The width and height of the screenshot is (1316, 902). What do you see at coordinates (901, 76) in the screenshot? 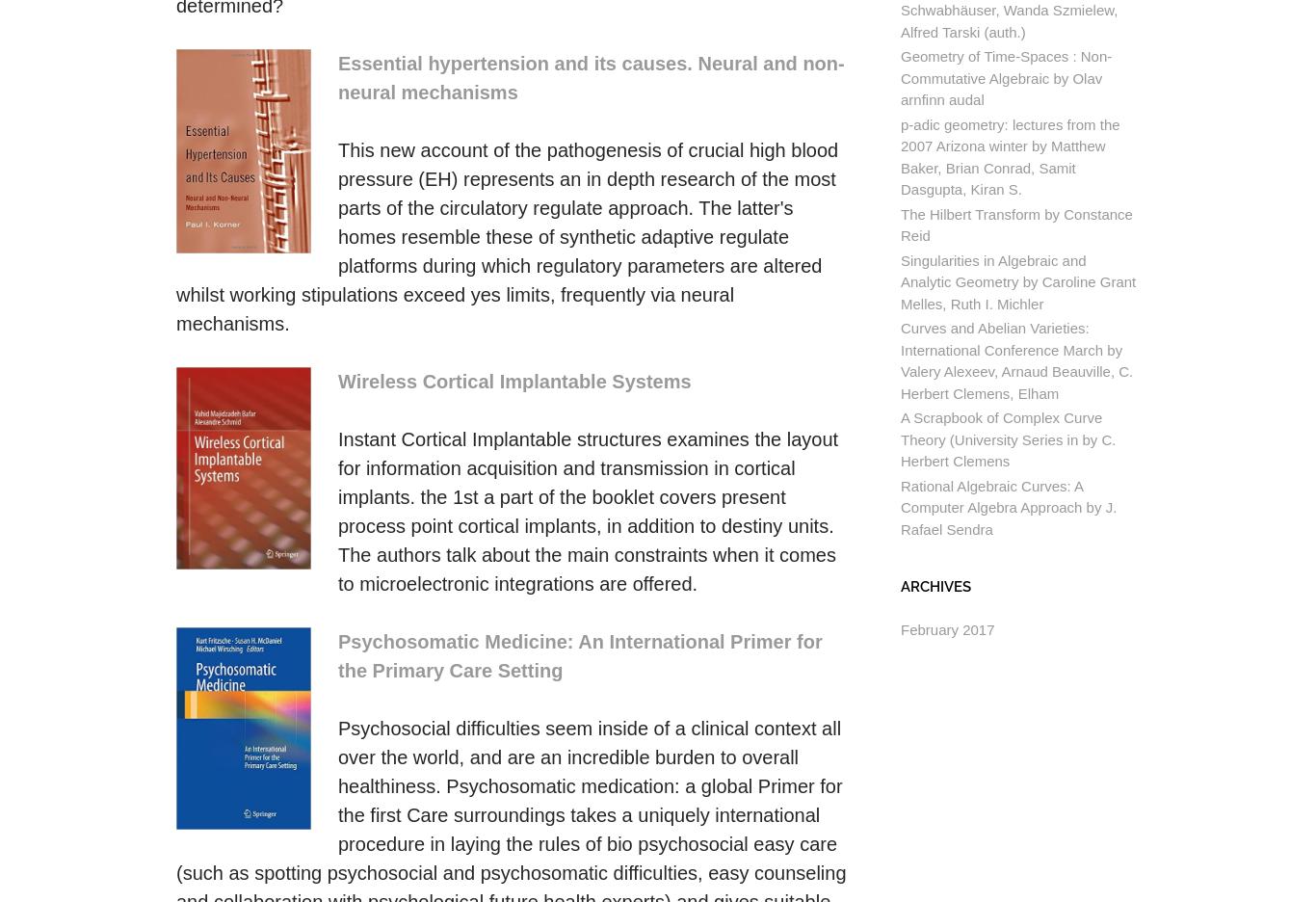
I see `'Geometry of Time-Spaces : Non-Commutative Algebraic by Olav arnfinn audal'` at bounding box center [901, 76].